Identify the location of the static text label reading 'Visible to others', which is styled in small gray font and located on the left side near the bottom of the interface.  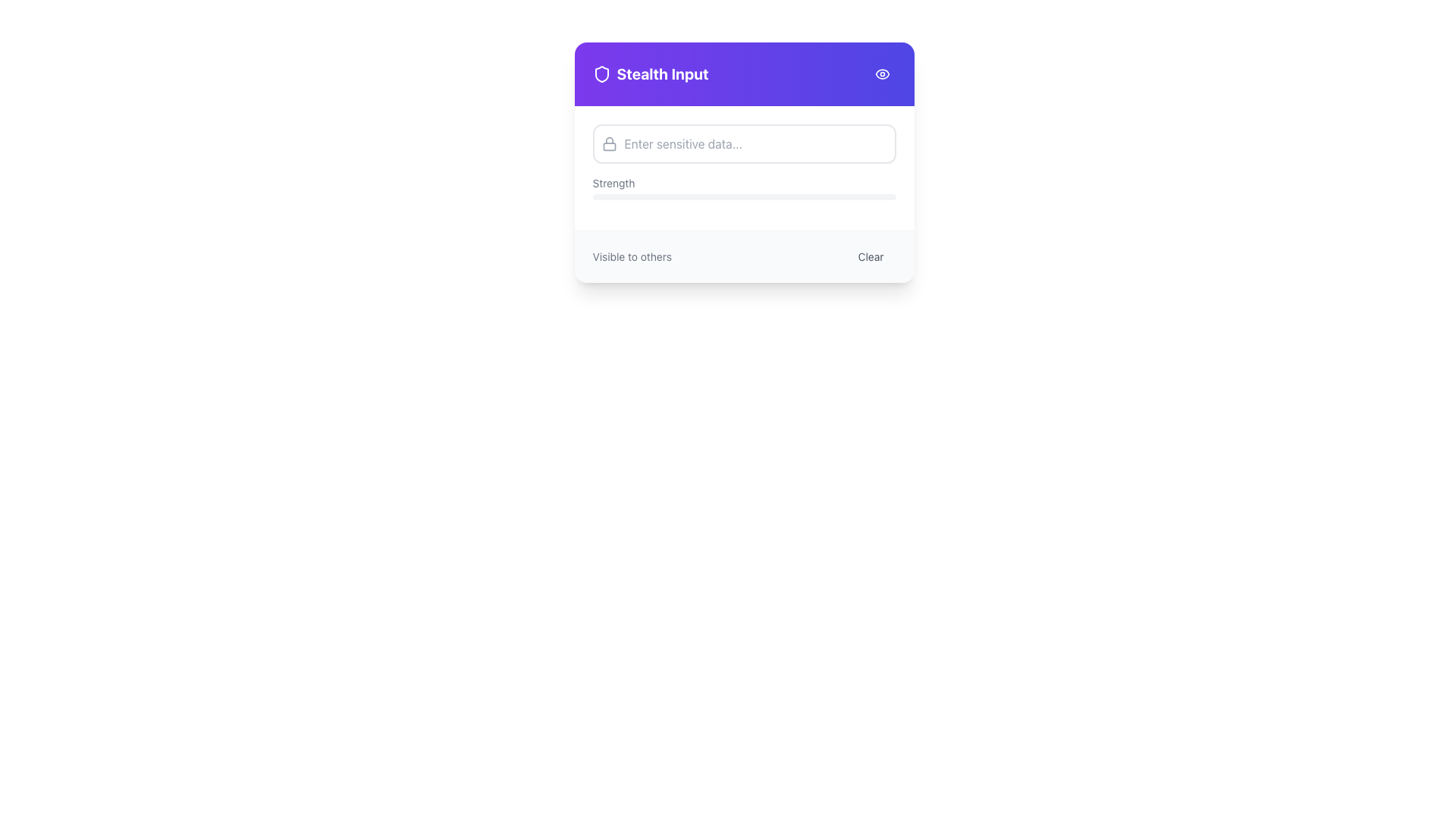
(632, 256).